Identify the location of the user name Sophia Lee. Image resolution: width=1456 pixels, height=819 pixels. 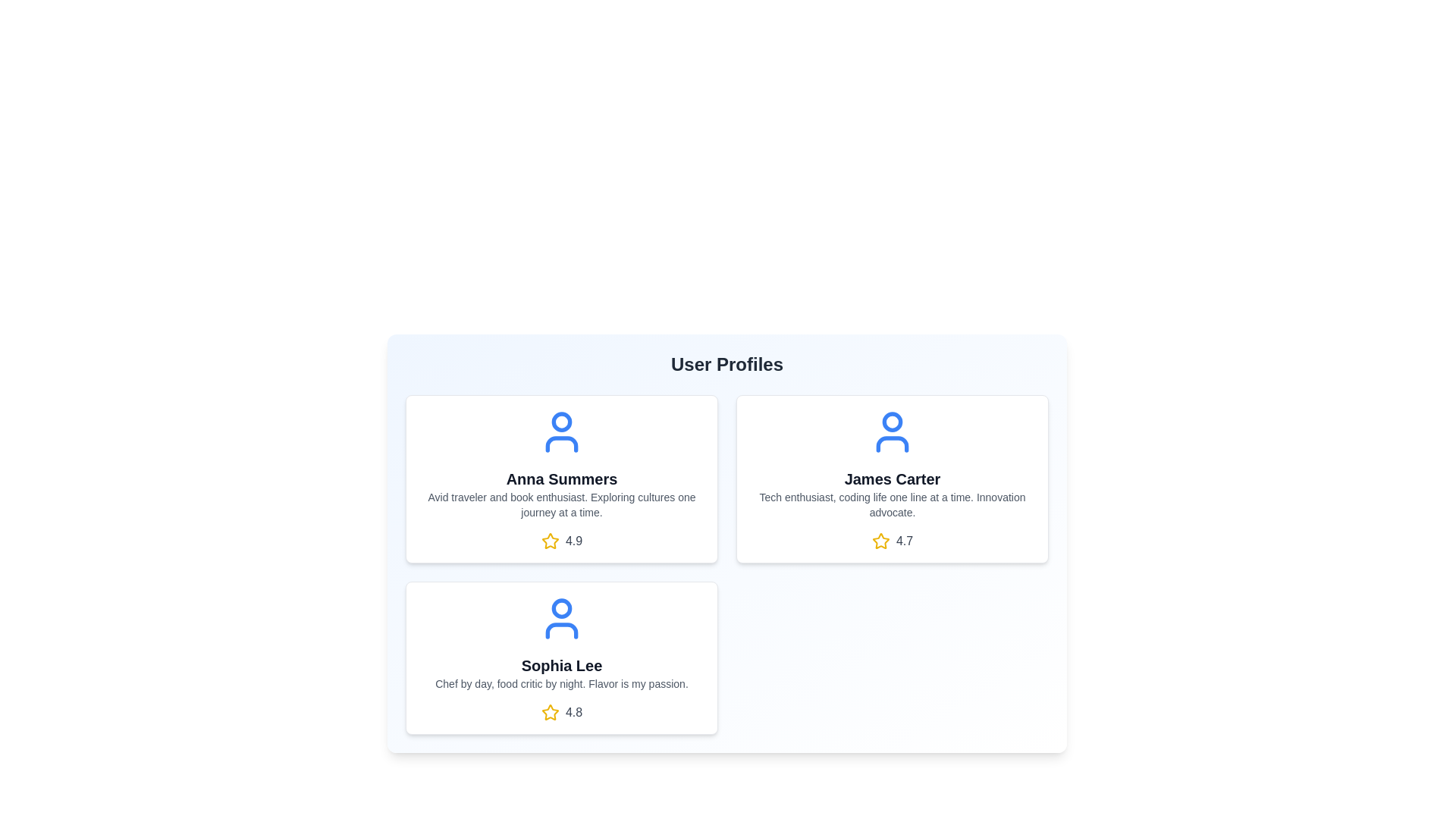
(560, 665).